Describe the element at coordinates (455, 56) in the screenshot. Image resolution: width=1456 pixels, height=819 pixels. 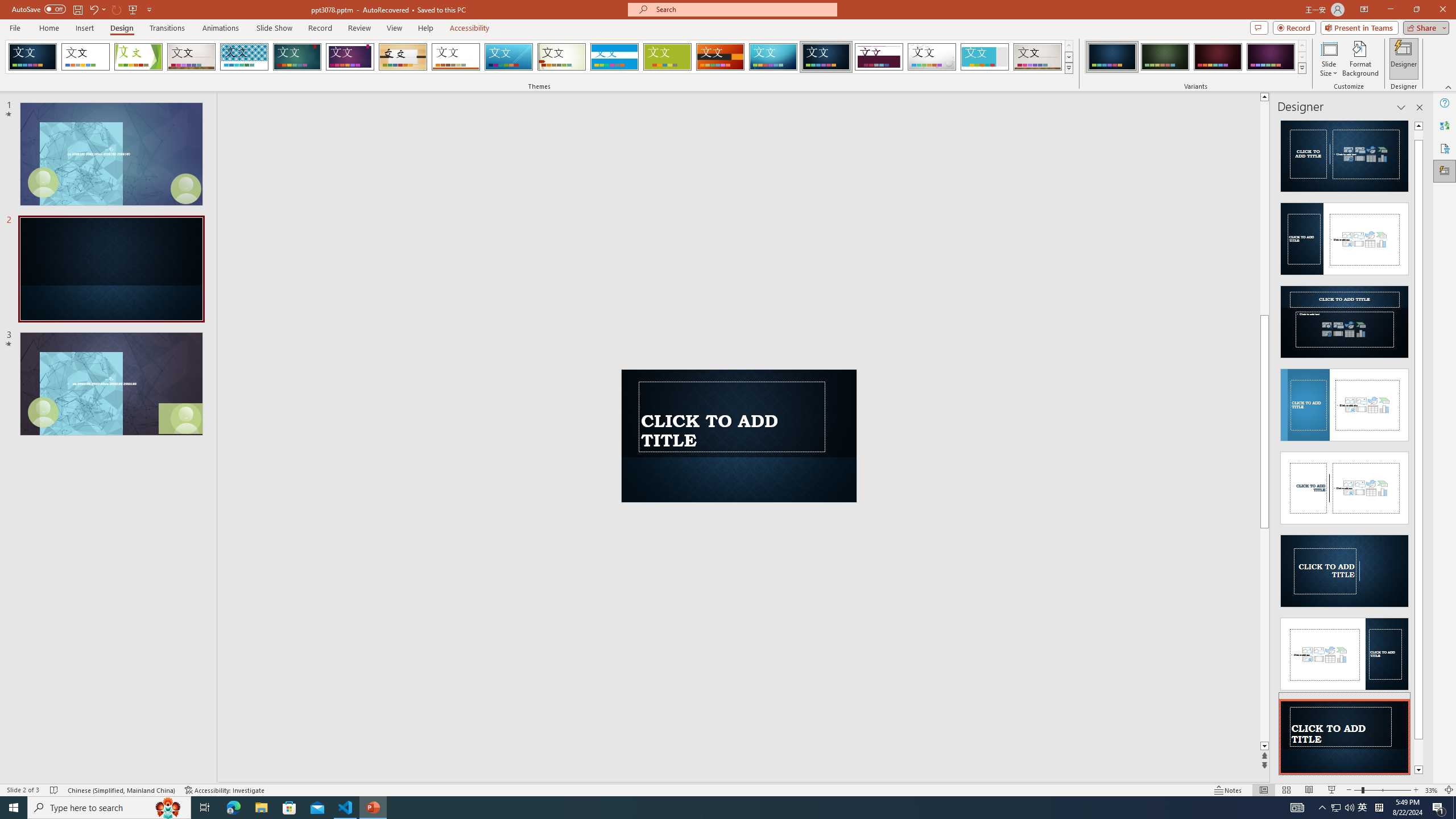
I see `'Retrospect'` at that location.